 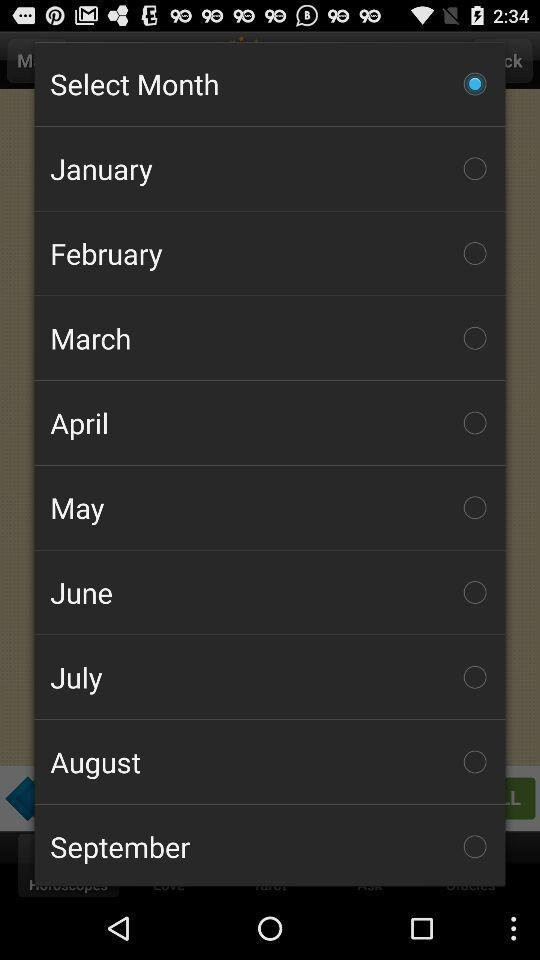 I want to click on select month icon, so click(x=270, y=84).